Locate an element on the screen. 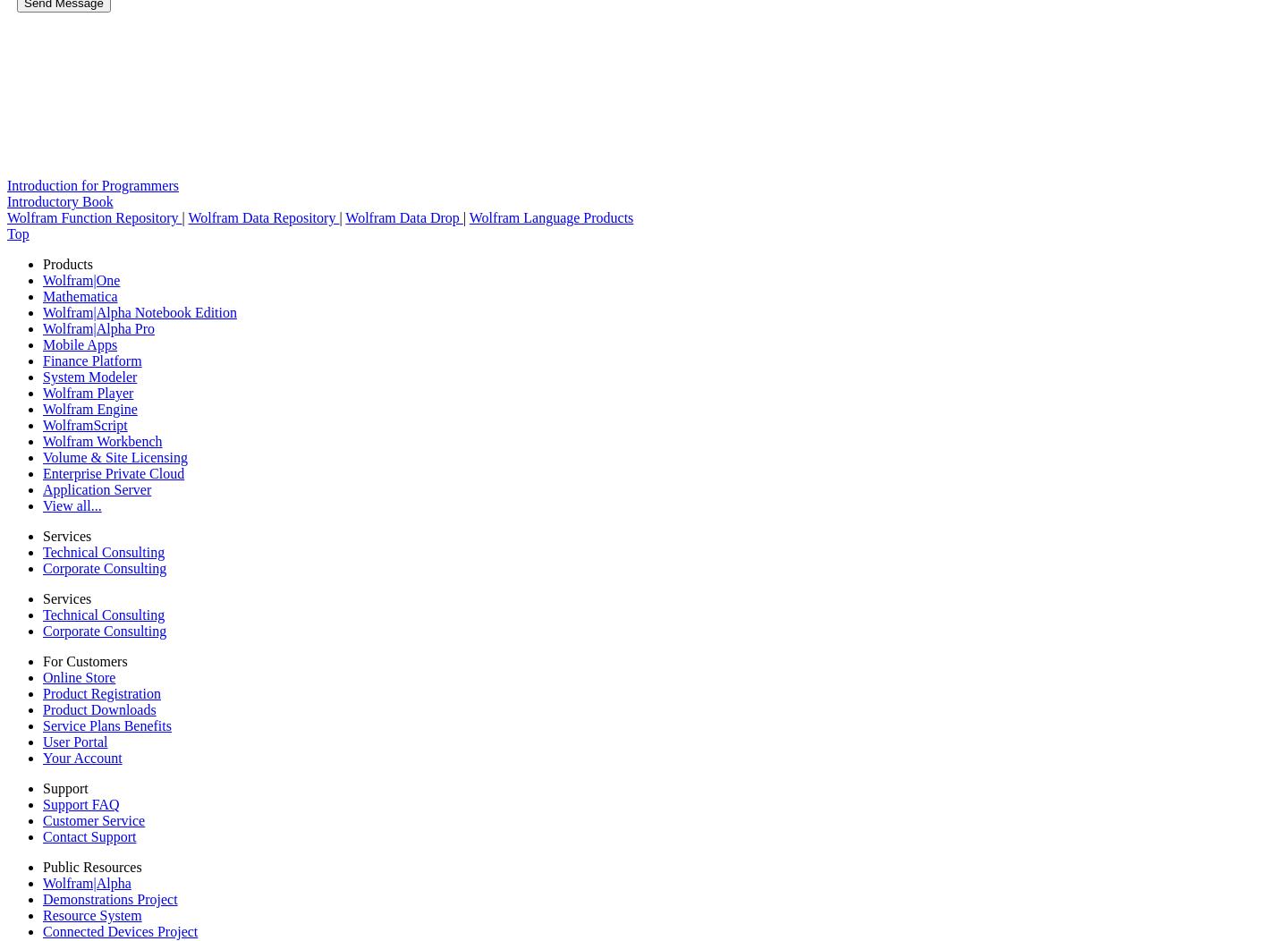 This screenshot has height=941, width=1288. 'Application Server' is located at coordinates (97, 489).